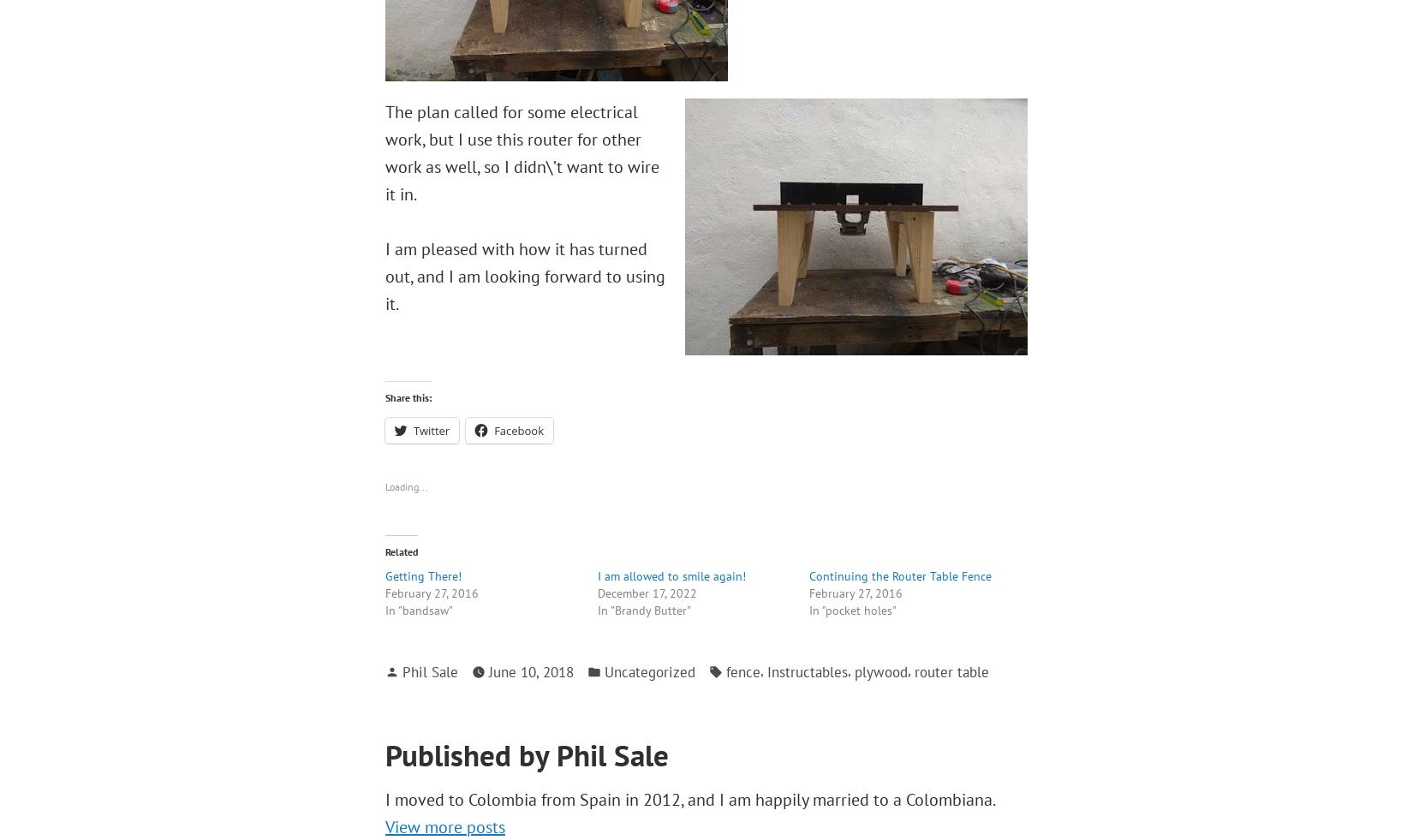 Image resolution: width=1413 pixels, height=840 pixels. Describe the element at coordinates (408, 396) in the screenshot. I see `'Share this:'` at that location.